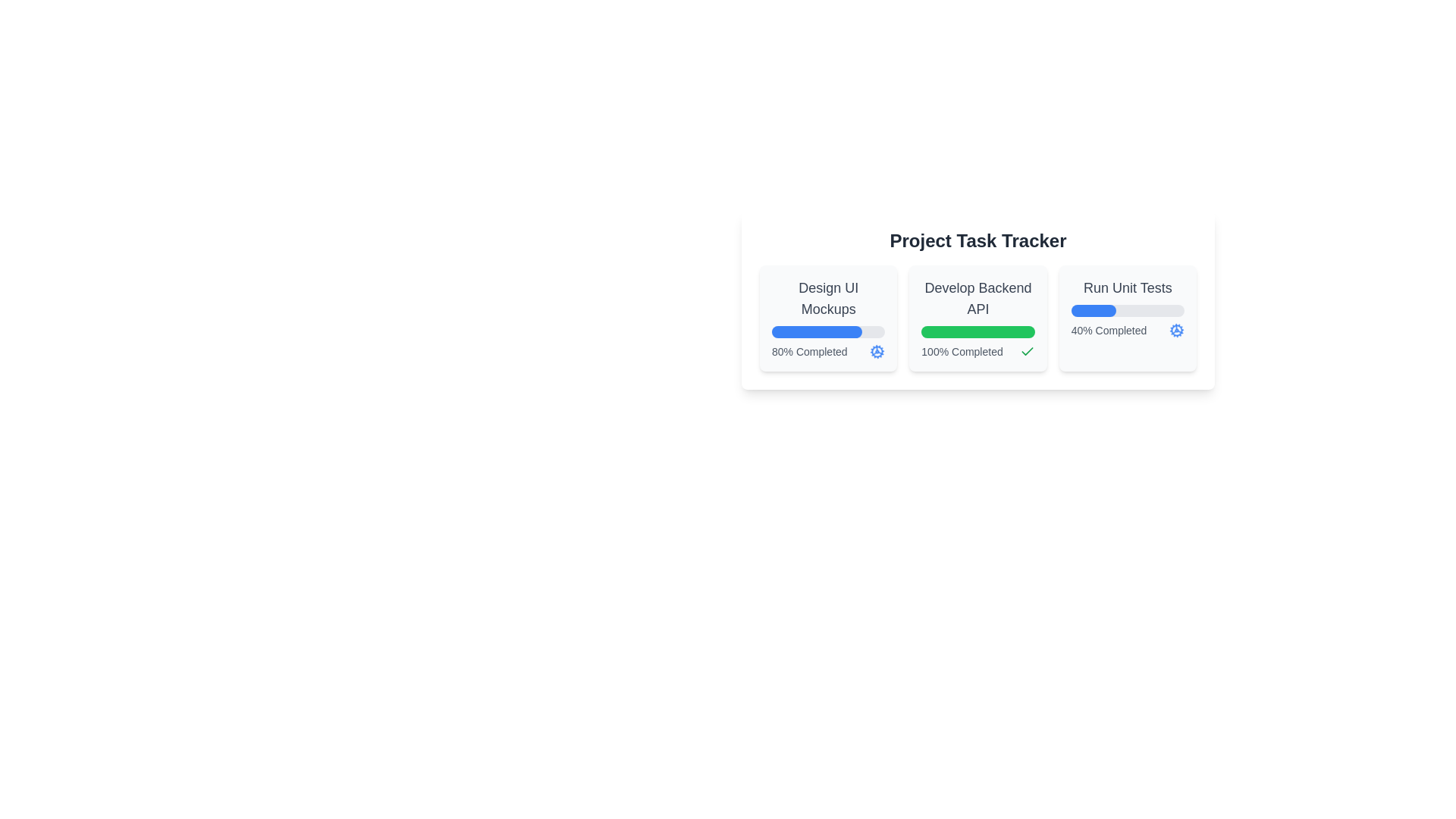  What do you see at coordinates (1128, 288) in the screenshot?
I see `the Text label that serves as a title for the unit test tasks section, positioned at the top center of the rectangular card in the Project Task Tracker layout` at bounding box center [1128, 288].